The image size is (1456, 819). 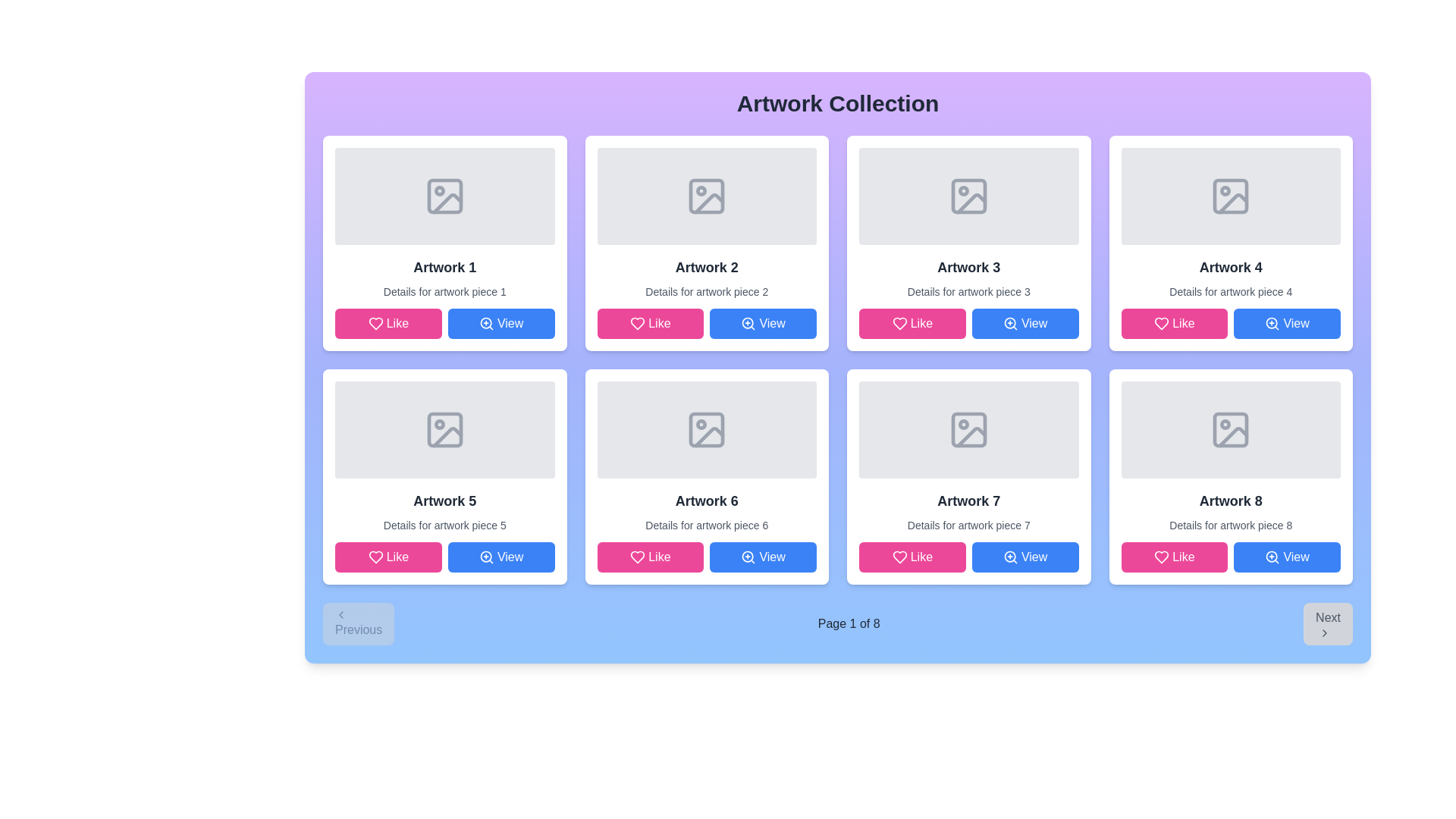 What do you see at coordinates (1225, 190) in the screenshot?
I see `the decorative circle within the SVG icon of the 'Artwork 4' card, located in the top row, fourth column of the 8-card grid layout` at bounding box center [1225, 190].